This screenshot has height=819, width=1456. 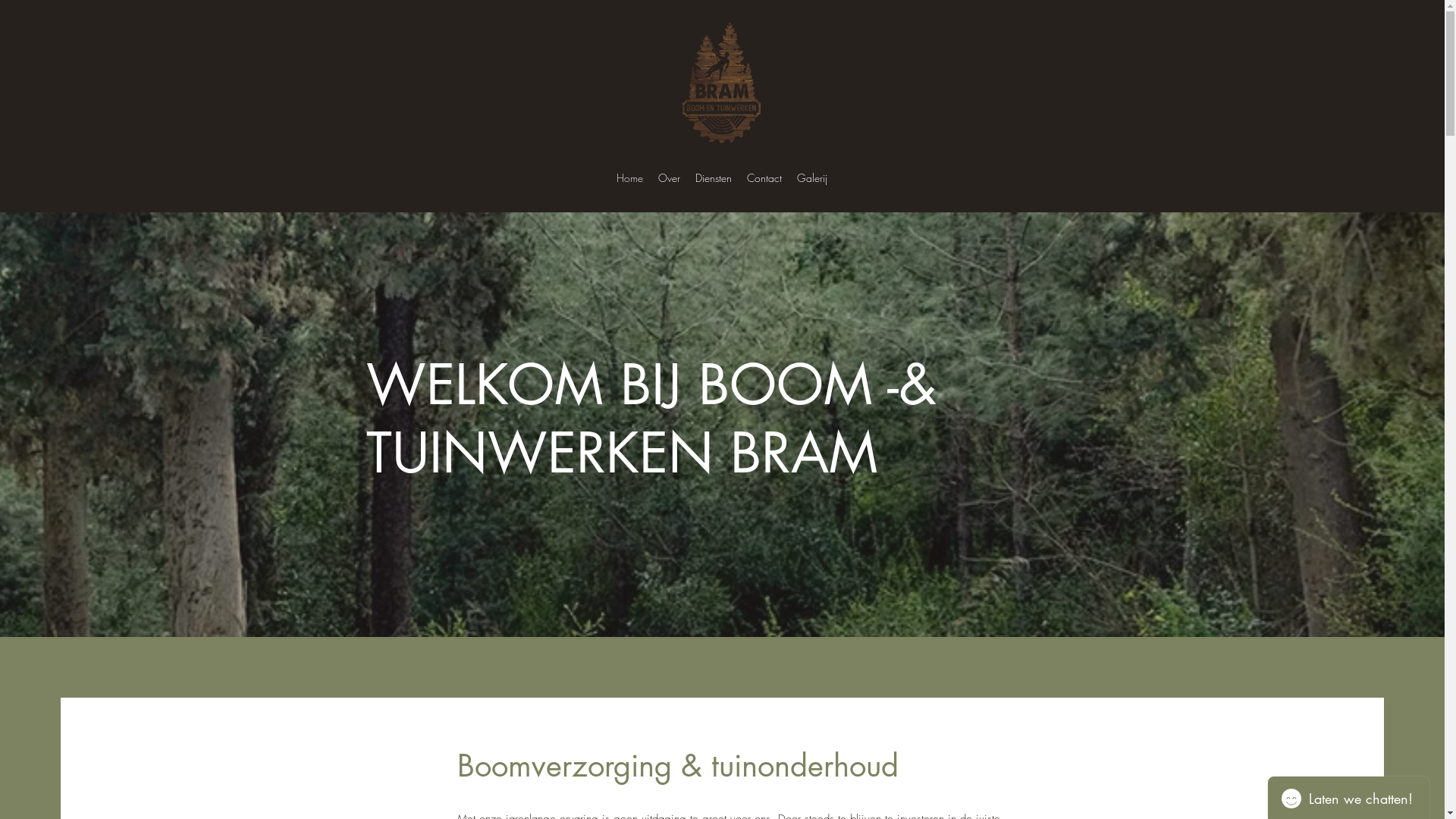 What do you see at coordinates (712, 177) in the screenshot?
I see `'Diensten'` at bounding box center [712, 177].